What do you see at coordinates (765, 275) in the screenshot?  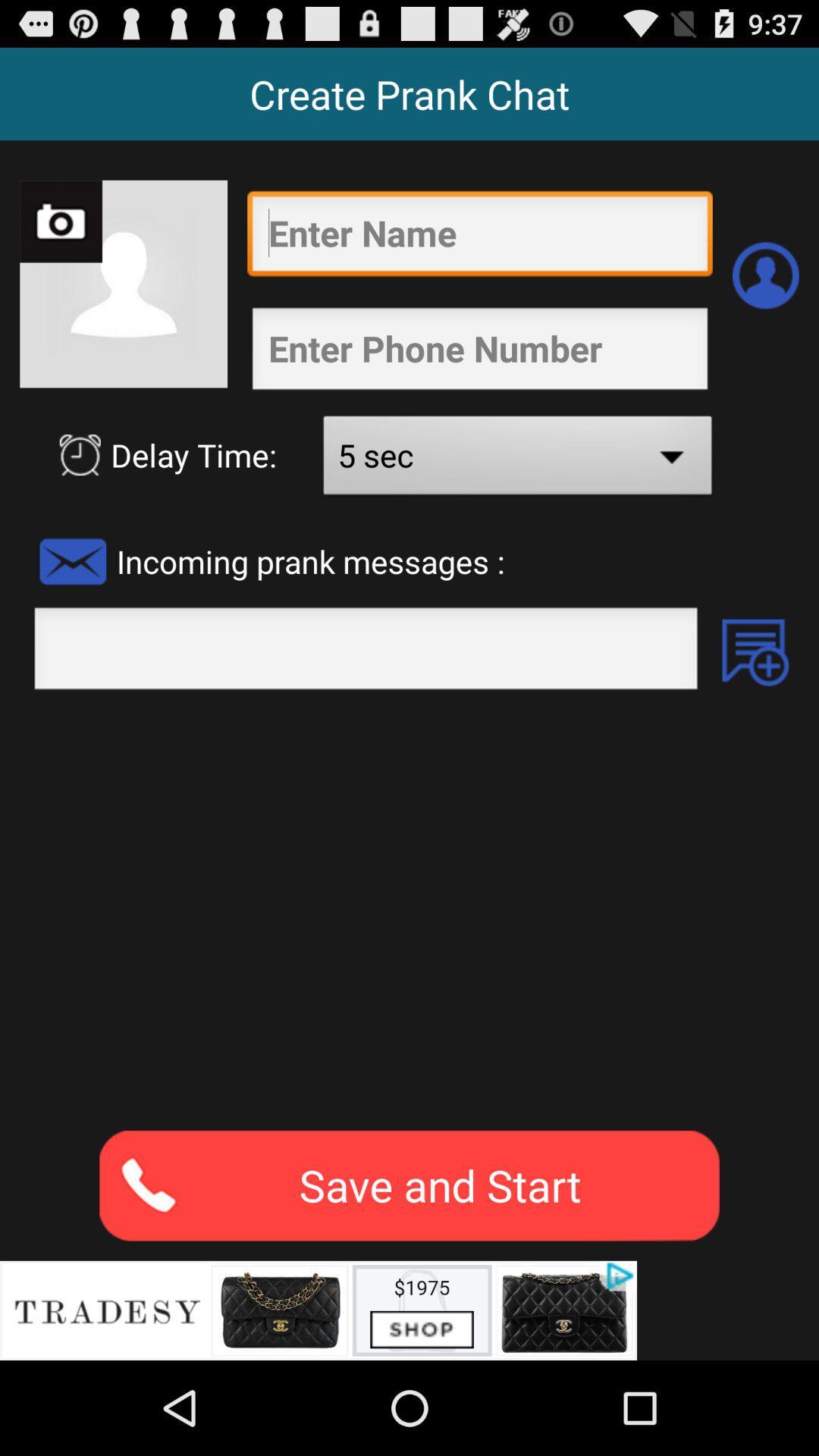 I see `contact` at bounding box center [765, 275].